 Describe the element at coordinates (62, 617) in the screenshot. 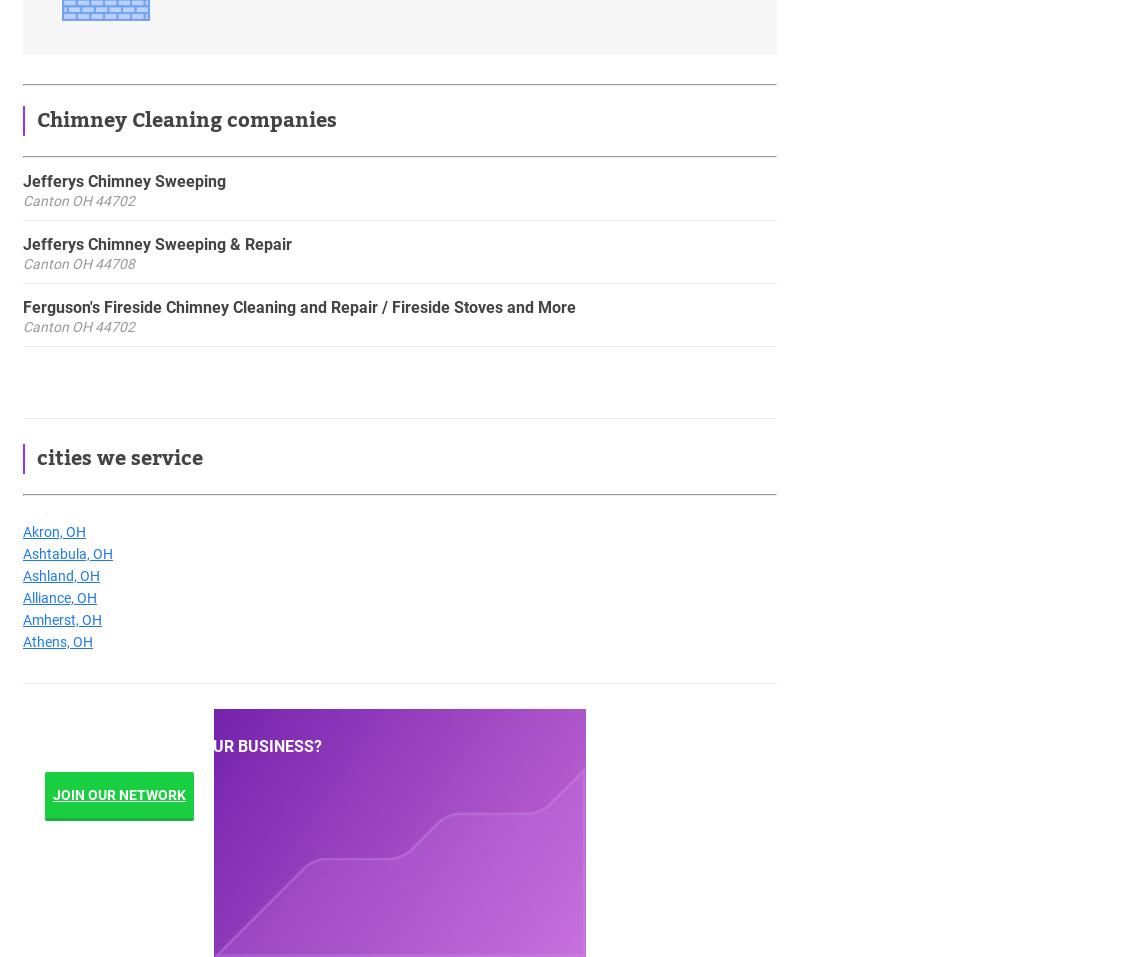

I see `'Amherst, OH'` at that location.